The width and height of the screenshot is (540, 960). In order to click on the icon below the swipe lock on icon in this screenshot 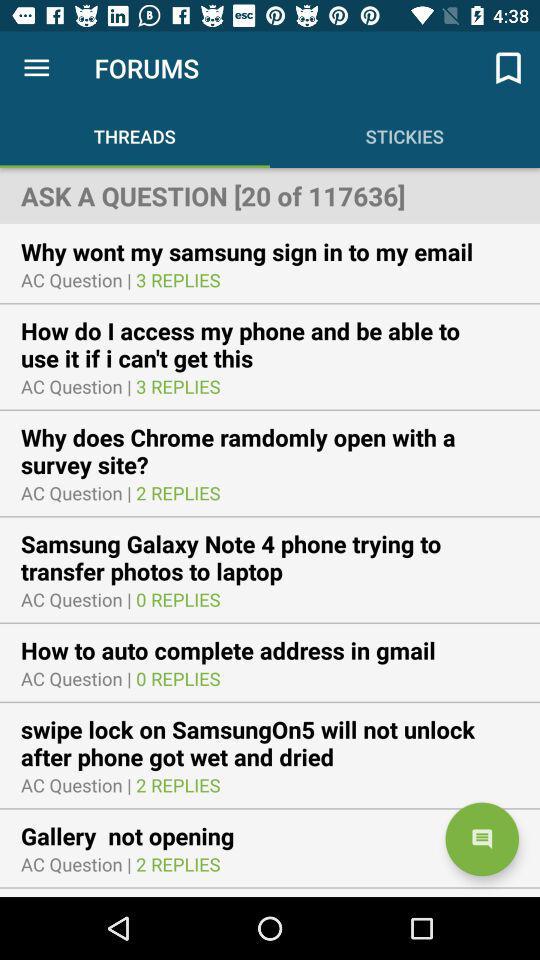, I will do `click(481, 839)`.